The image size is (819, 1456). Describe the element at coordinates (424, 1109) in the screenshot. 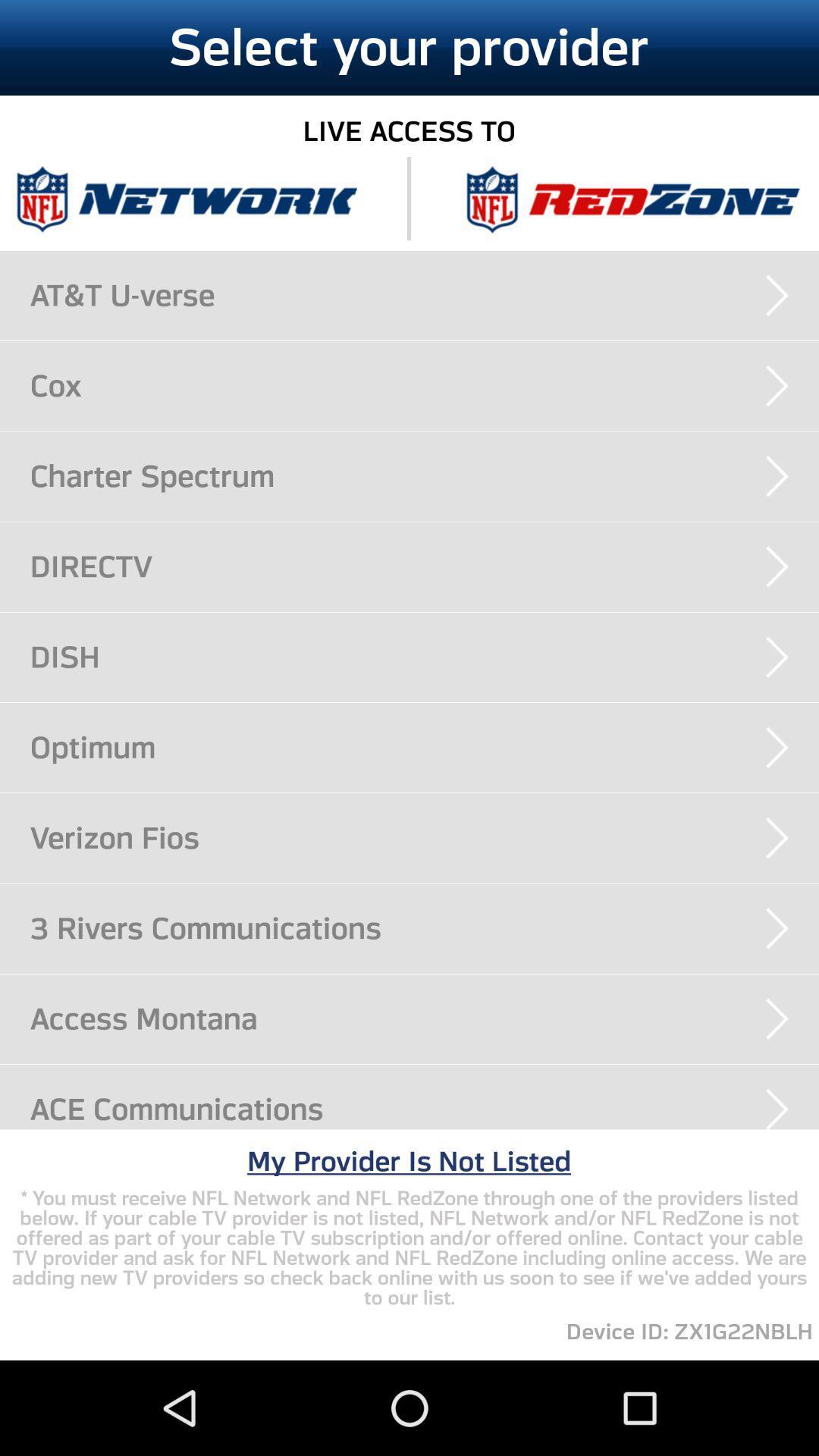

I see `the item above the my provider is icon` at that location.